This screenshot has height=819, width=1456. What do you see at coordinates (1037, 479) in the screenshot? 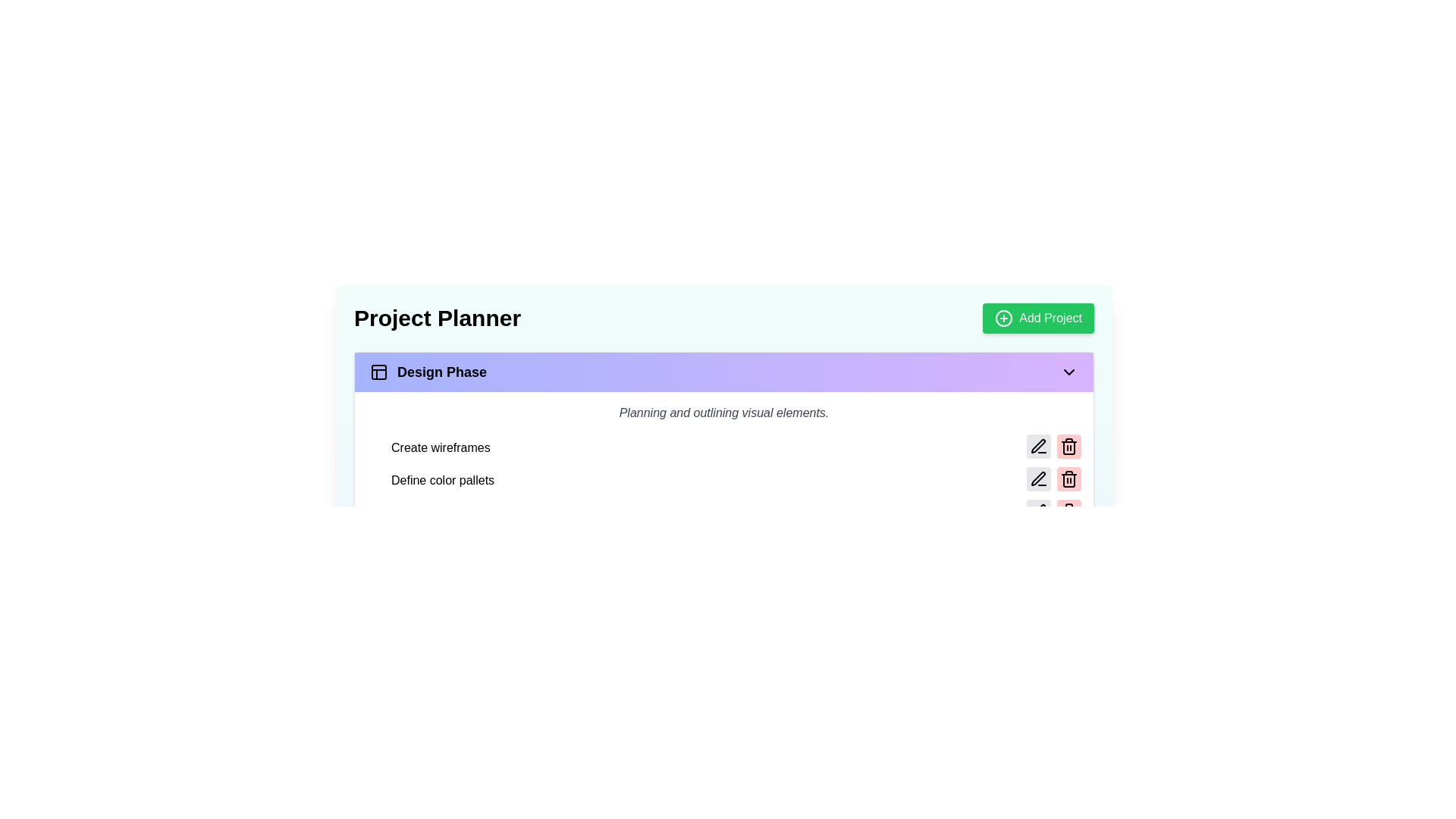
I see `the first button in the group of two interactive buttons to the right of the 'Create wireframes' row to initiate edit mode` at bounding box center [1037, 479].